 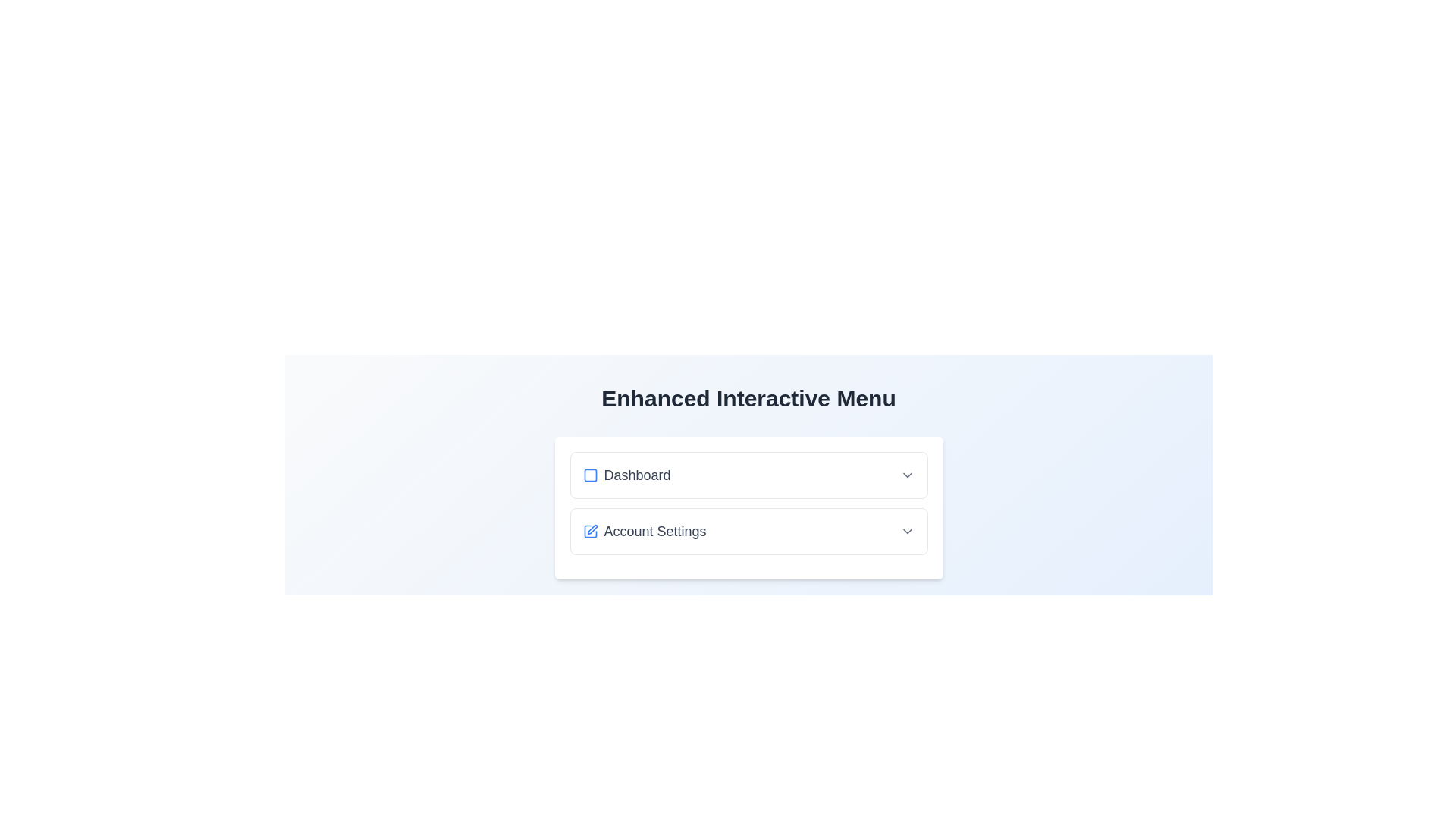 What do you see at coordinates (907, 531) in the screenshot?
I see `the dropdown toggle icon for the 'Account Settings' section` at bounding box center [907, 531].